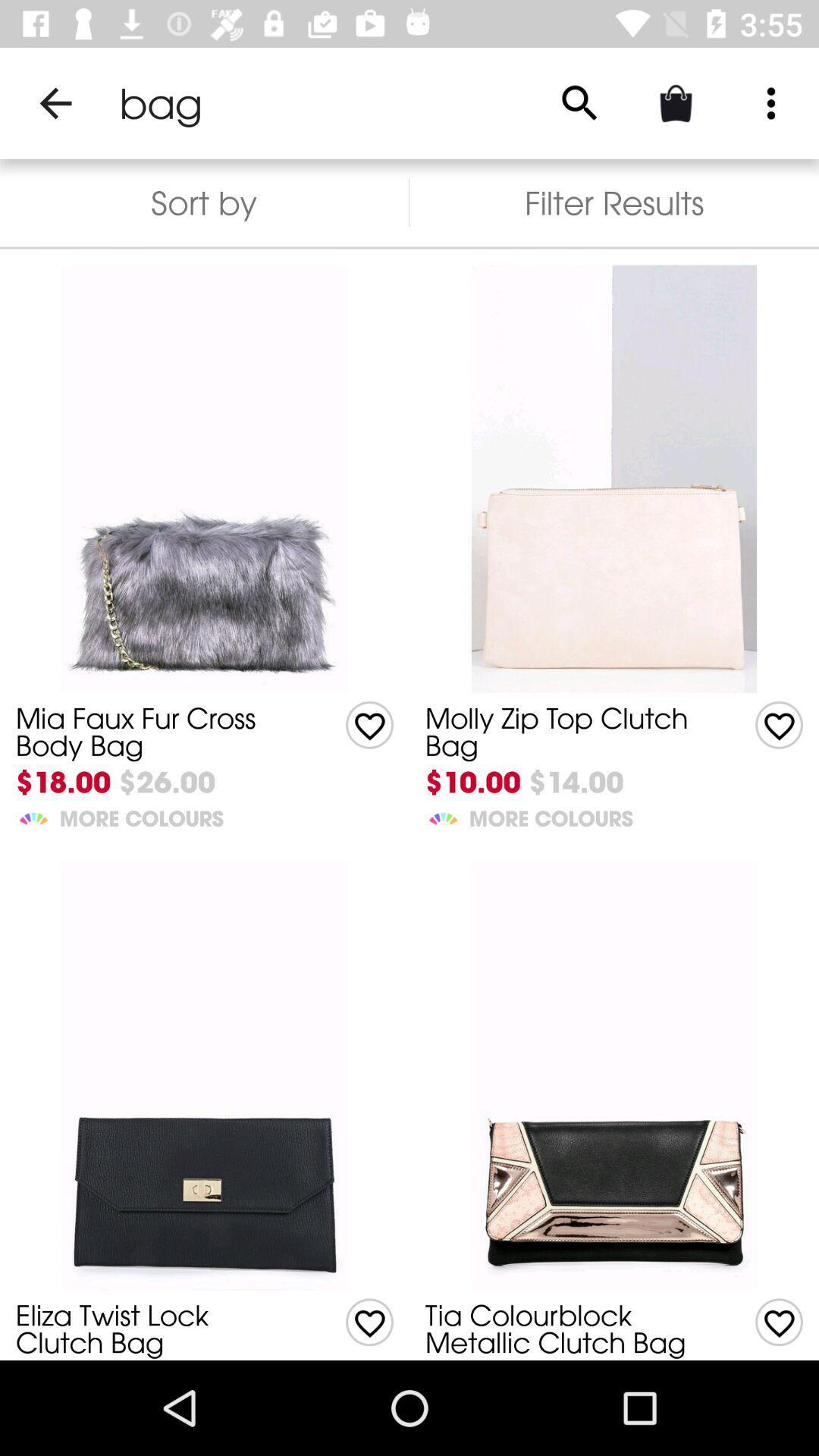 Image resolution: width=819 pixels, height=1456 pixels. Describe the element at coordinates (779, 724) in the screenshot. I see `like it` at that location.